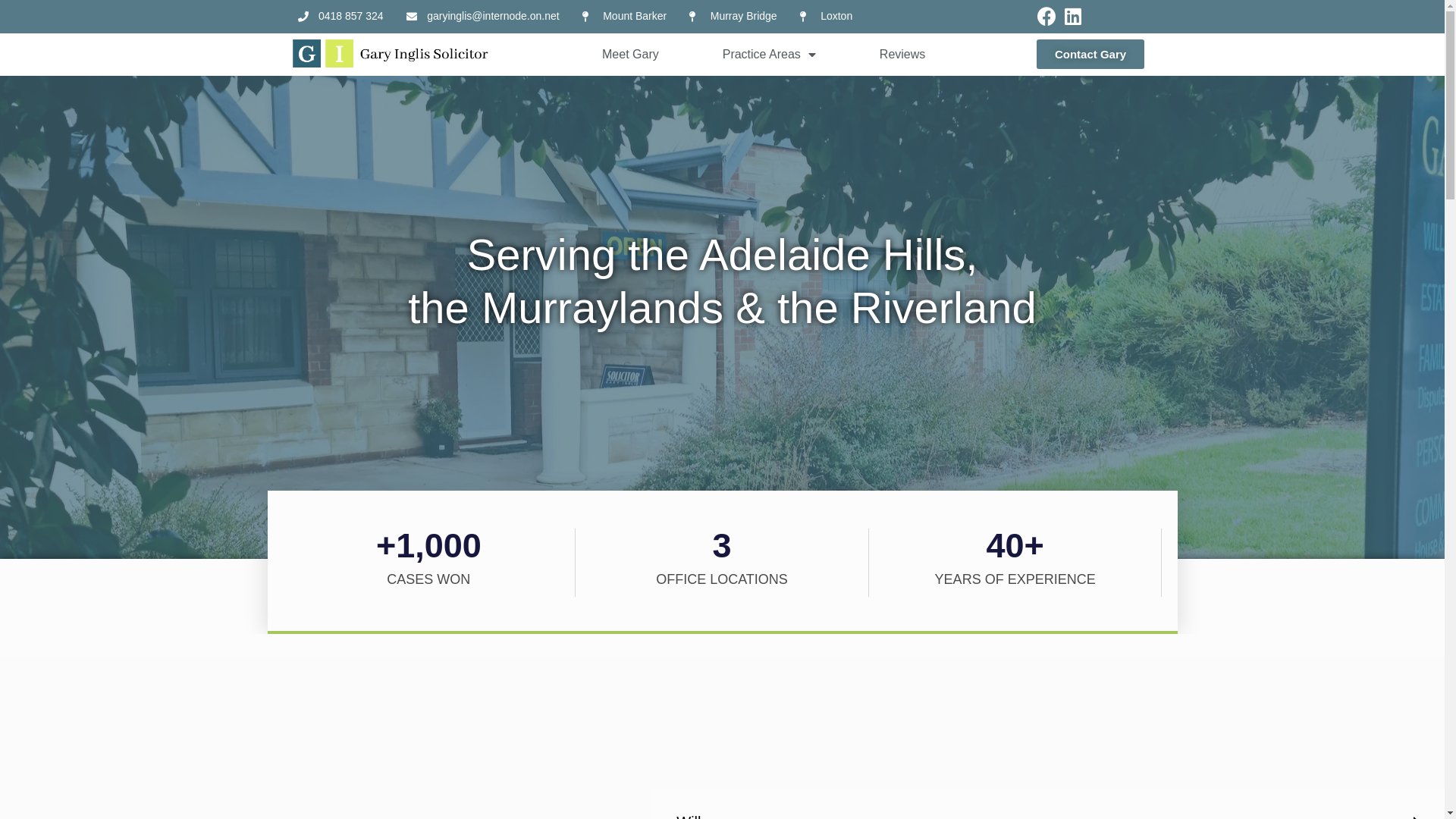 This screenshot has height=819, width=1456. What do you see at coordinates (902, 54) in the screenshot?
I see `'Reviews'` at bounding box center [902, 54].